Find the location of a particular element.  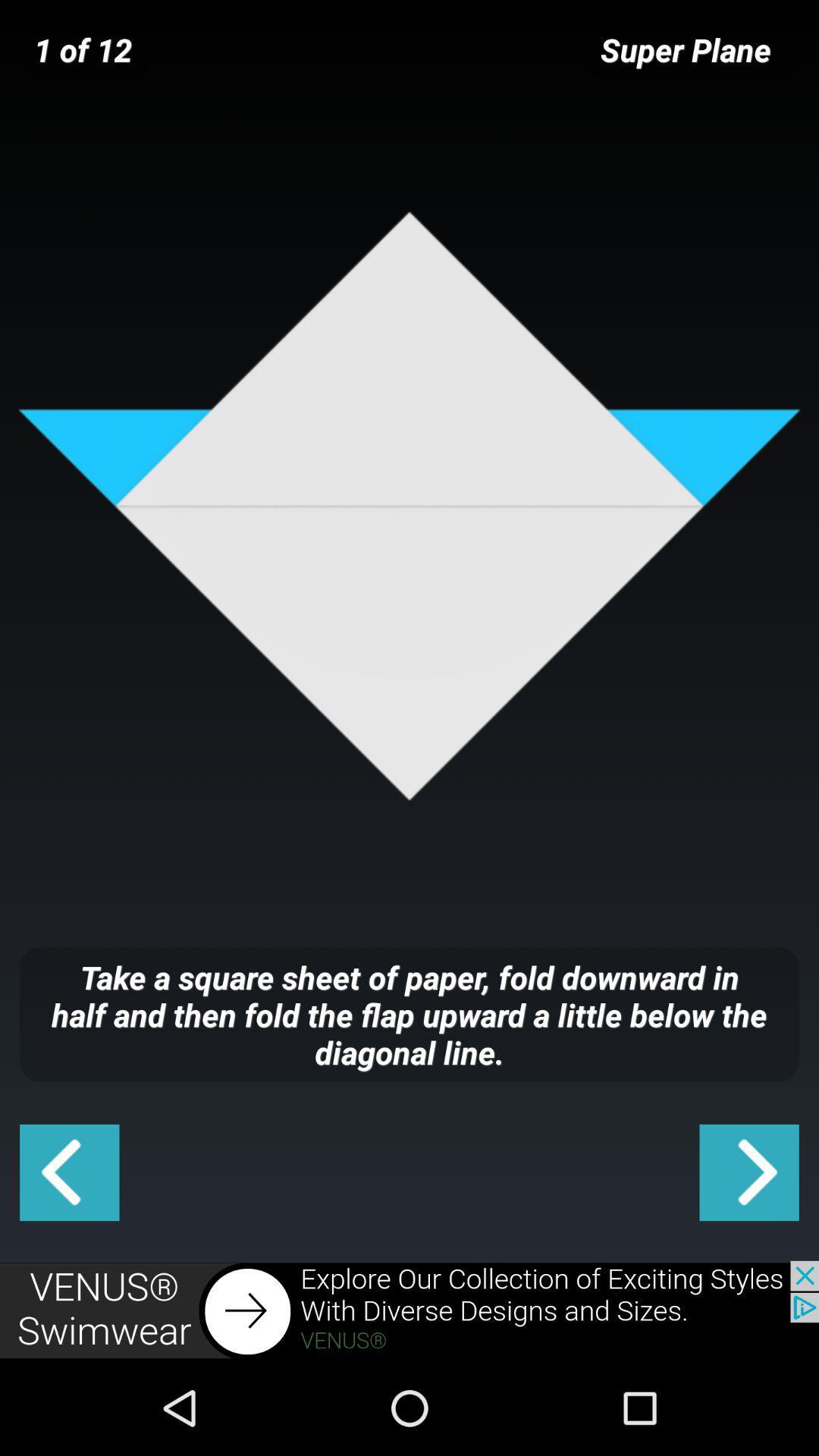

next step is located at coordinates (748, 1172).